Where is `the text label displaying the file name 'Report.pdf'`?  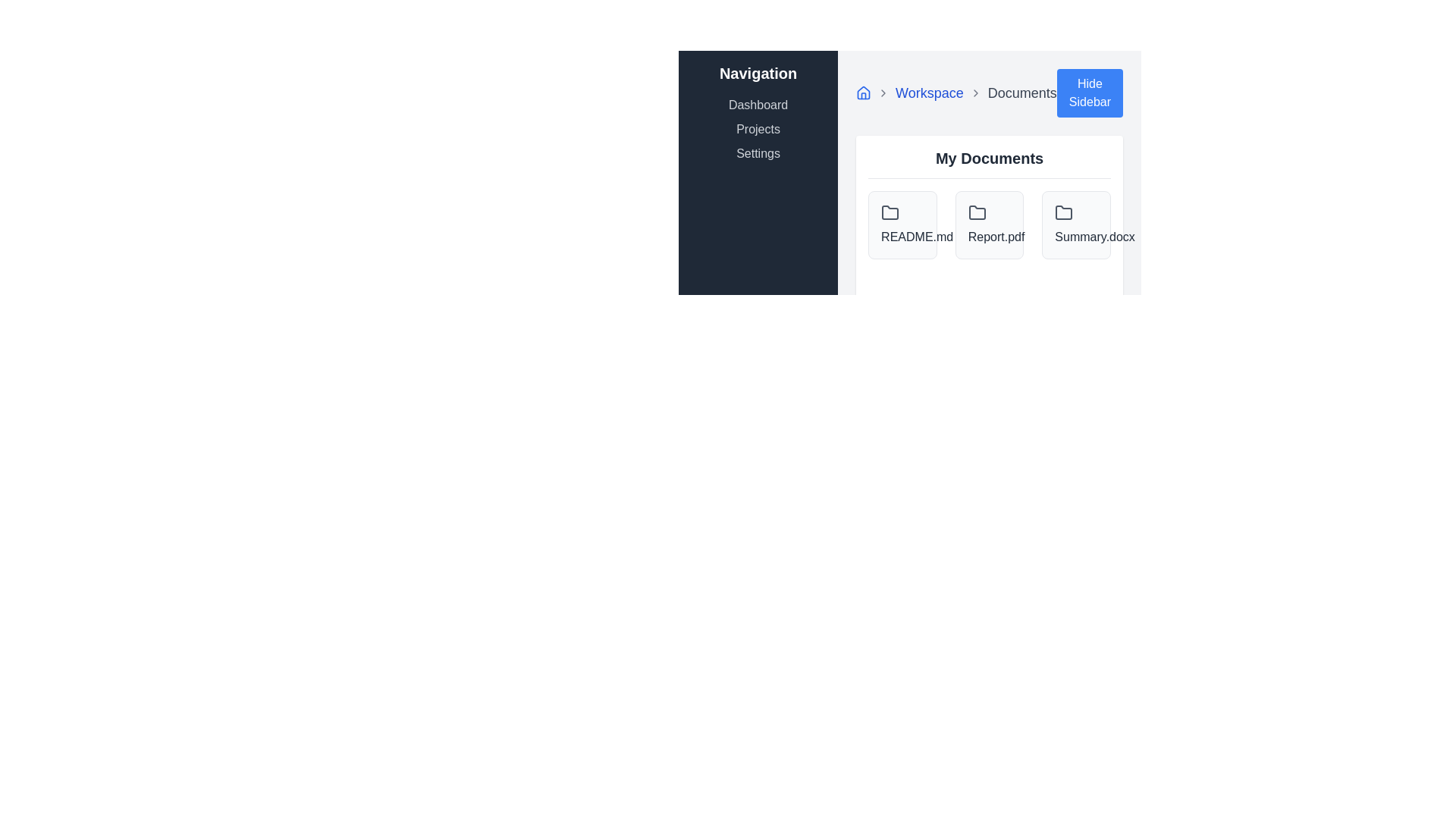
the text label displaying the file name 'Report.pdf' is located at coordinates (990, 237).